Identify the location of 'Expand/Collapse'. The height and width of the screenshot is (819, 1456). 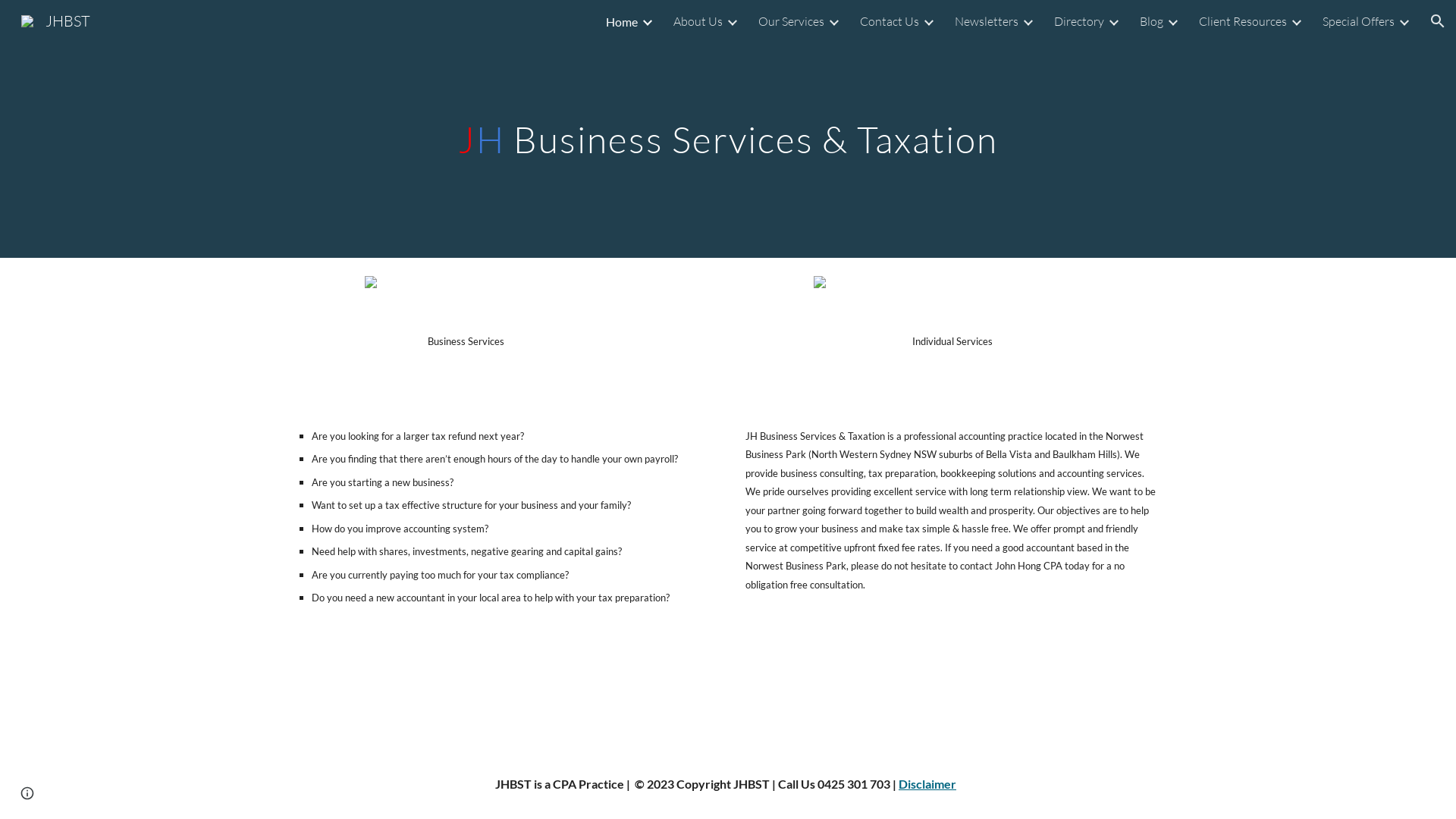
(1294, 20).